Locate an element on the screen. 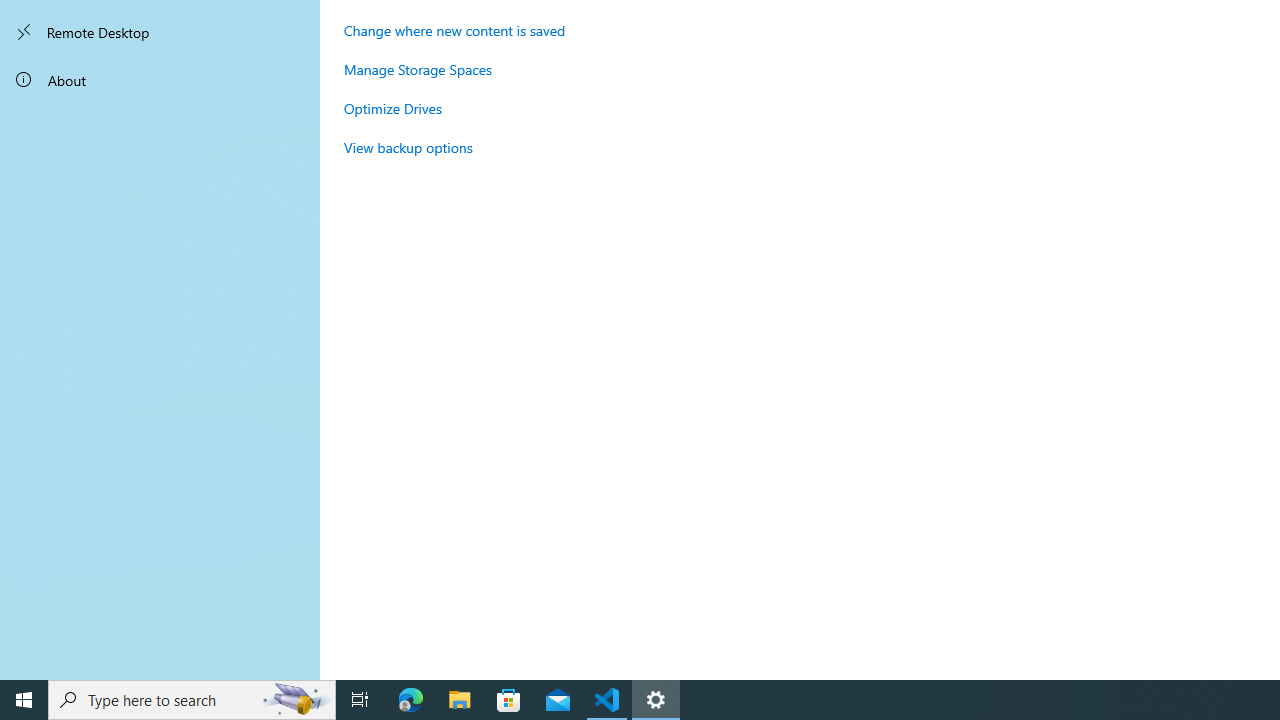  'View backup options' is located at coordinates (407, 146).